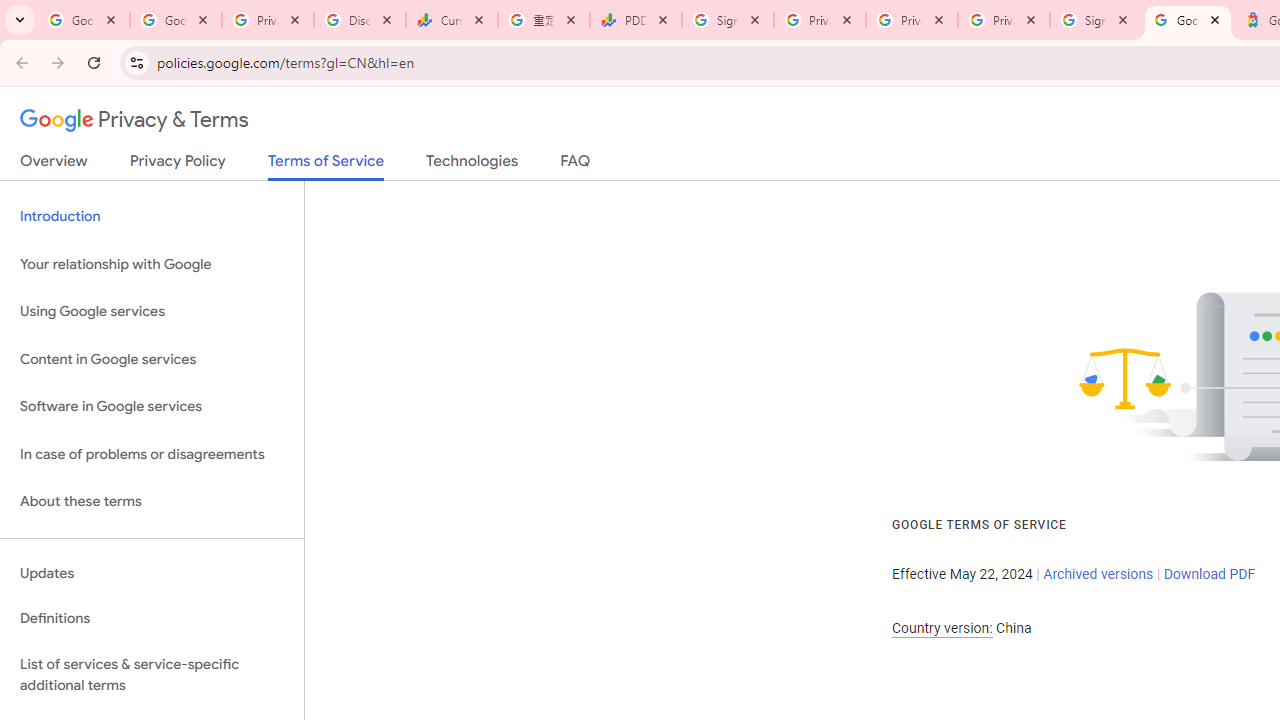  Describe the element at coordinates (151, 217) in the screenshot. I see `'Introduction'` at that location.